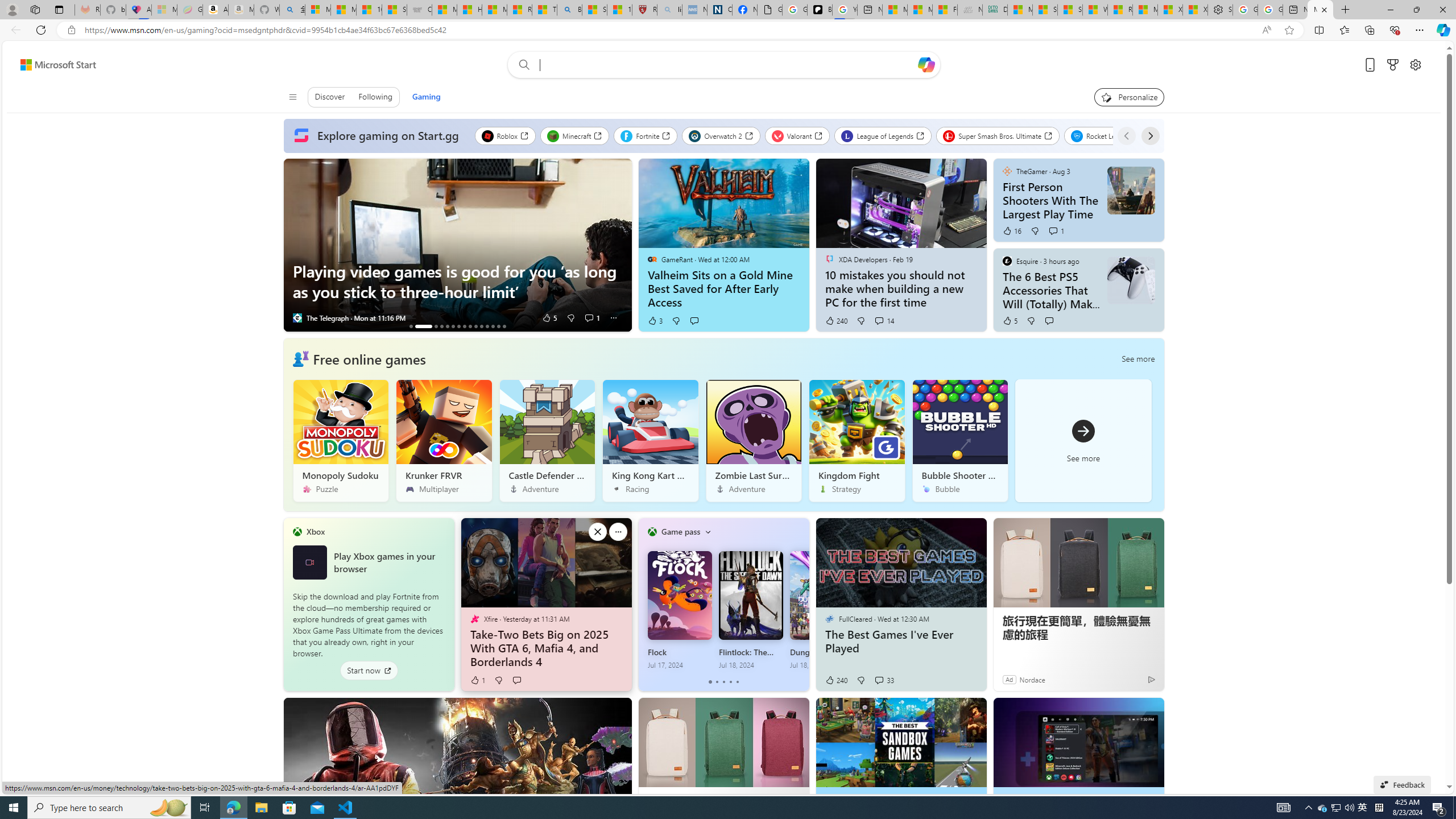 The height and width of the screenshot is (819, 1456). What do you see at coordinates (802, 603) in the screenshot?
I see `'Class: next-flipper'` at bounding box center [802, 603].